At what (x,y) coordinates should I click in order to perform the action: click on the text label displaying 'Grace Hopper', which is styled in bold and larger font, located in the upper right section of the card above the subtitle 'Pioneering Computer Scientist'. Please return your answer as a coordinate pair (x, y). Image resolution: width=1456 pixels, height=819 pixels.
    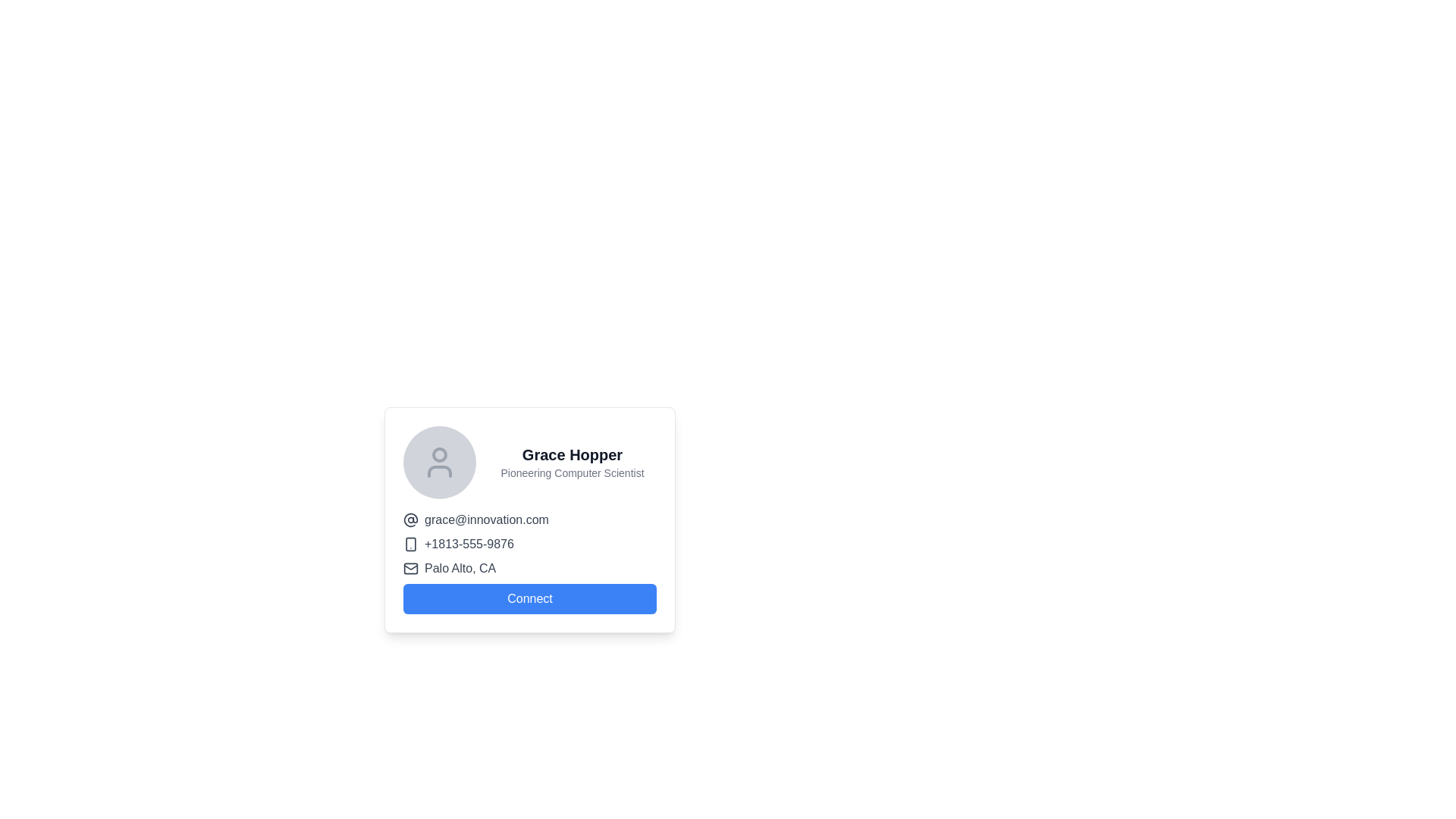
    Looking at the image, I should click on (571, 454).